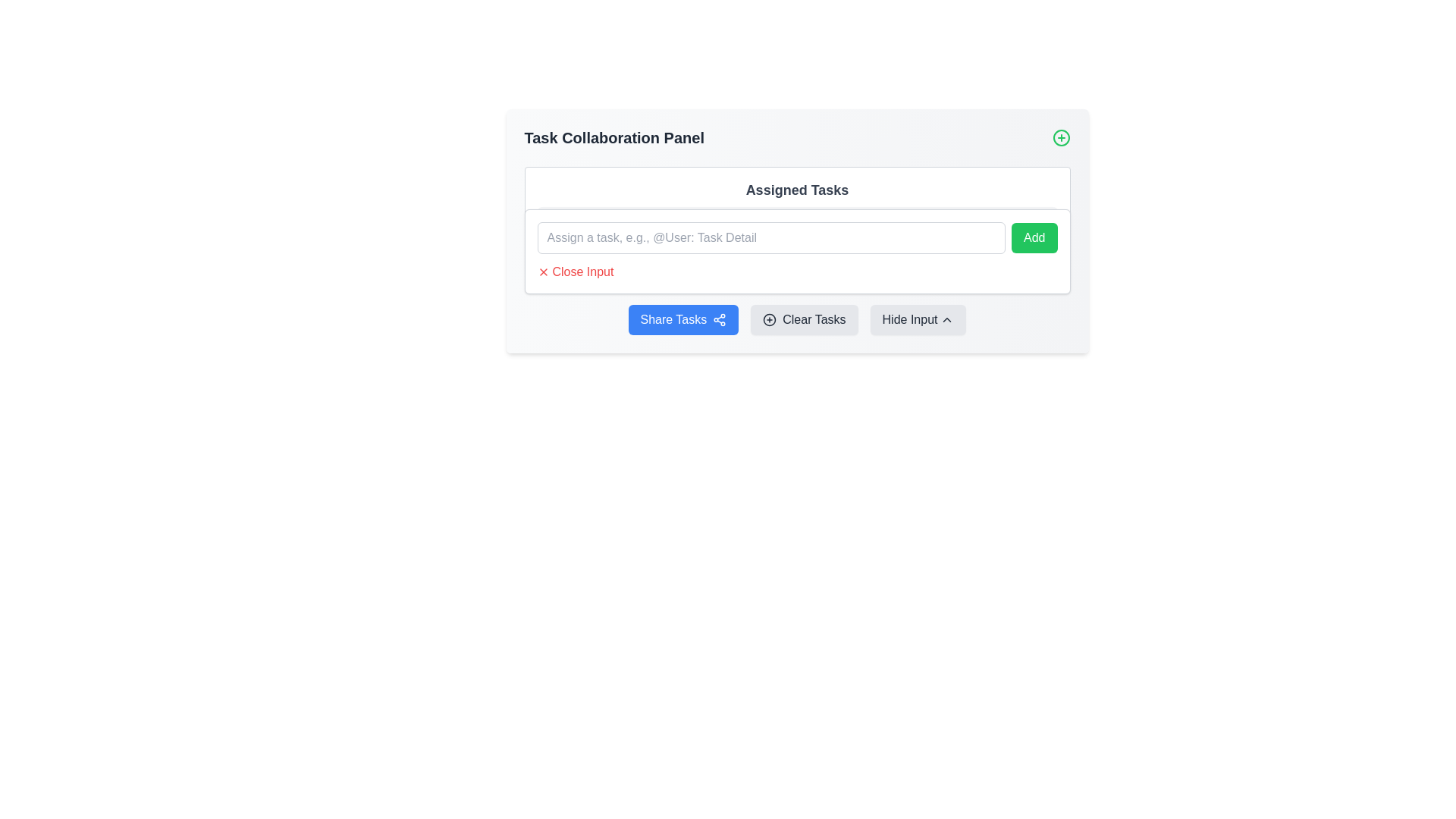 This screenshot has width=1456, height=819. I want to click on the small, red-colored 'X' icon located to the left of the text 'Close Input' in the 'Assigned Tasks' section, so click(543, 271).